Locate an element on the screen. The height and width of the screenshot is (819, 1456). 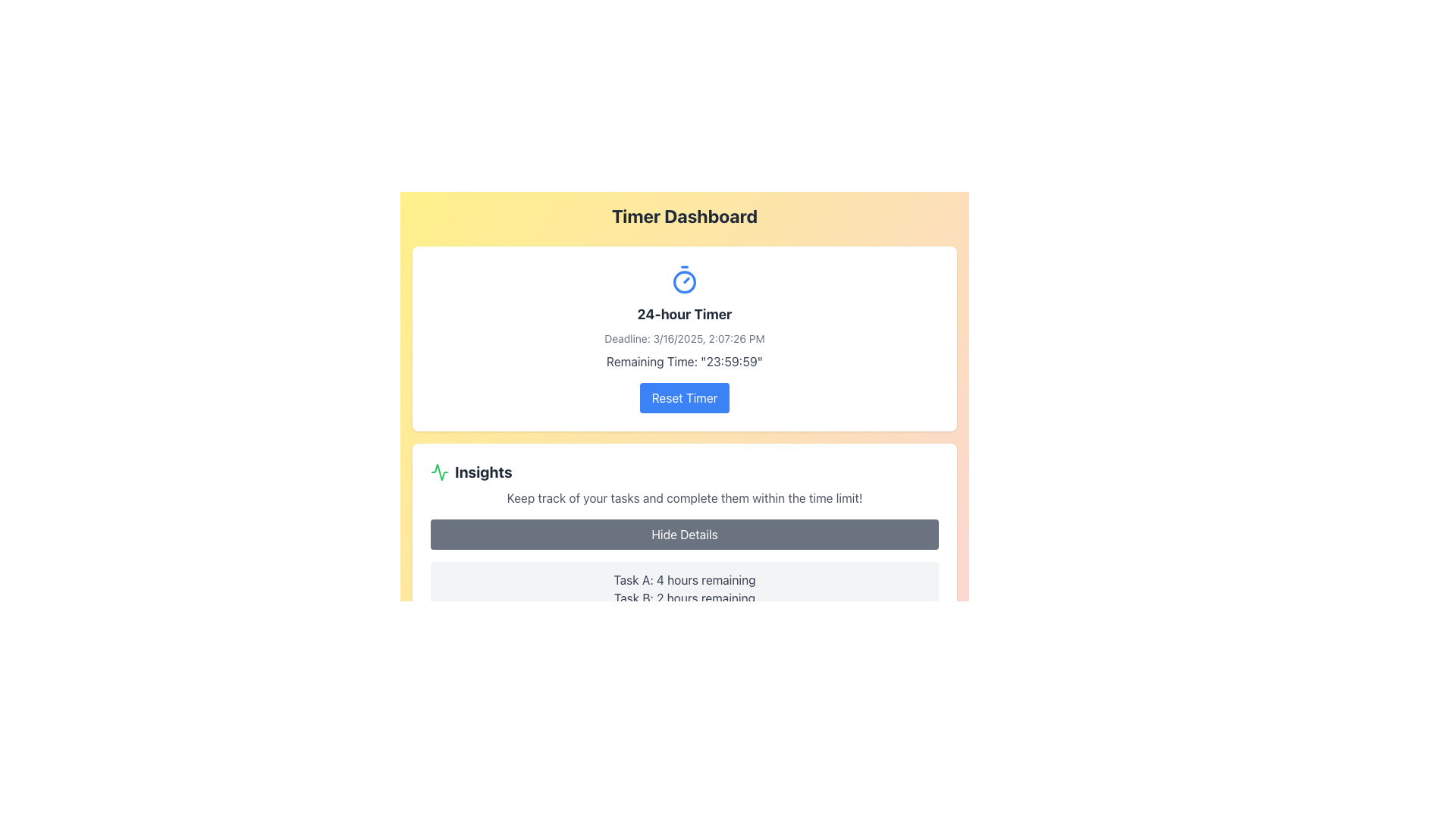
text from the light gray box containing task details, located in the 'Insights' section, underneath the 'Hide Details' button is located at coordinates (683, 598).